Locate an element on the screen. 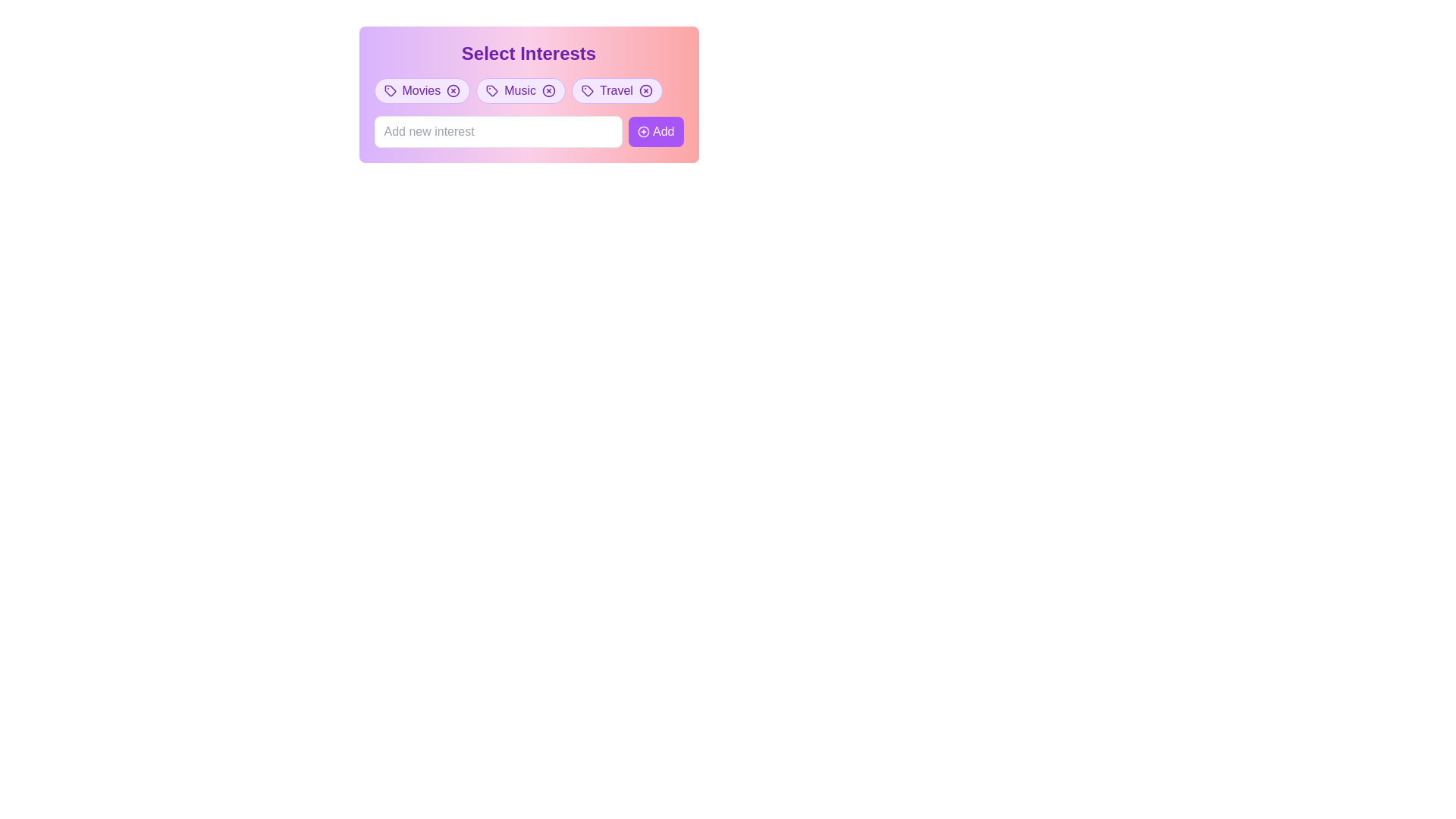 Image resolution: width=1456 pixels, height=819 pixels. the SVG circle element that visually forms part of the 'Add' button's iconography, centered within the button's bounds is located at coordinates (644, 130).